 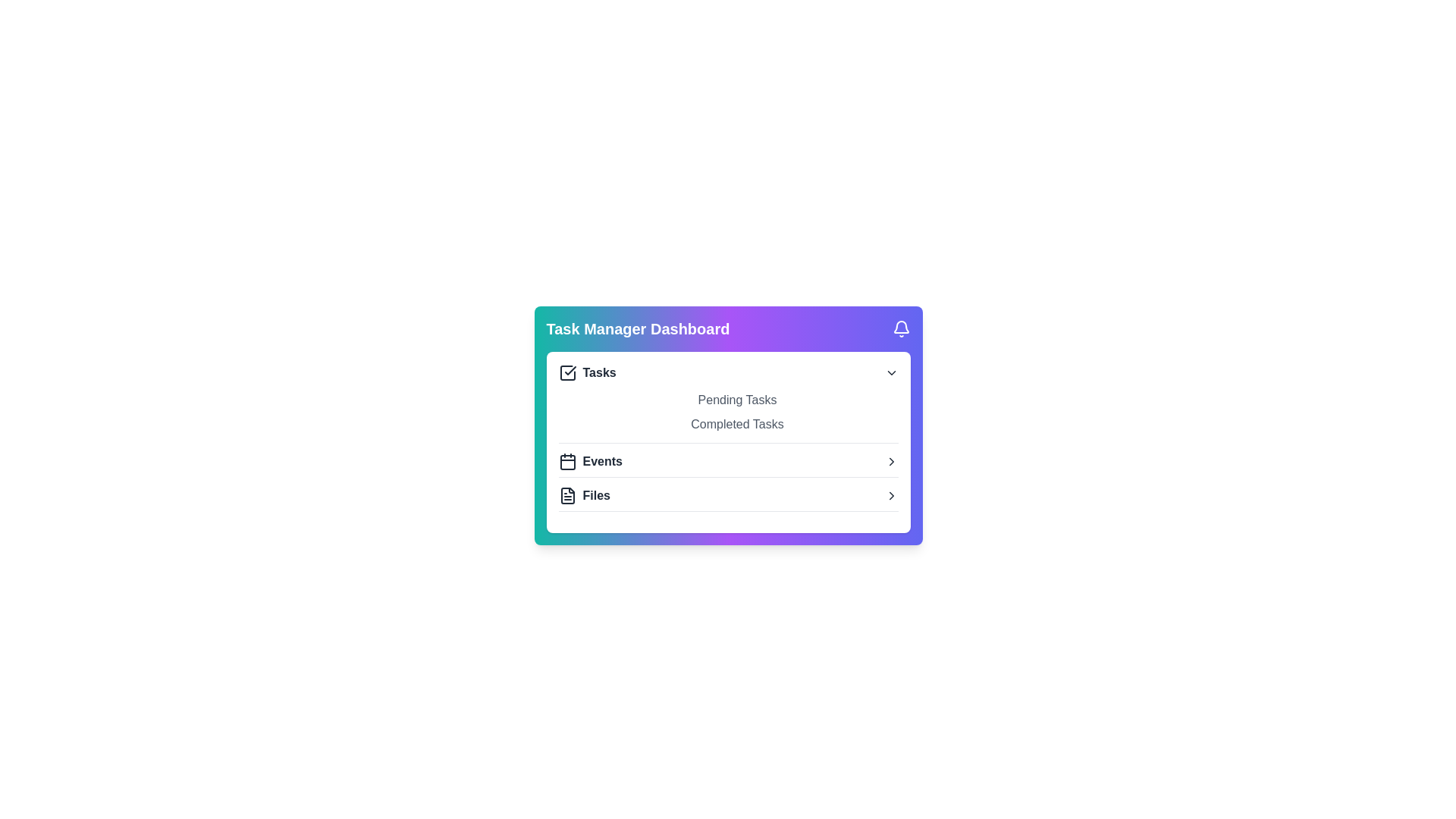 What do you see at coordinates (728, 424) in the screenshot?
I see `the 'Completed Tasks' text link in the dropdown menu` at bounding box center [728, 424].